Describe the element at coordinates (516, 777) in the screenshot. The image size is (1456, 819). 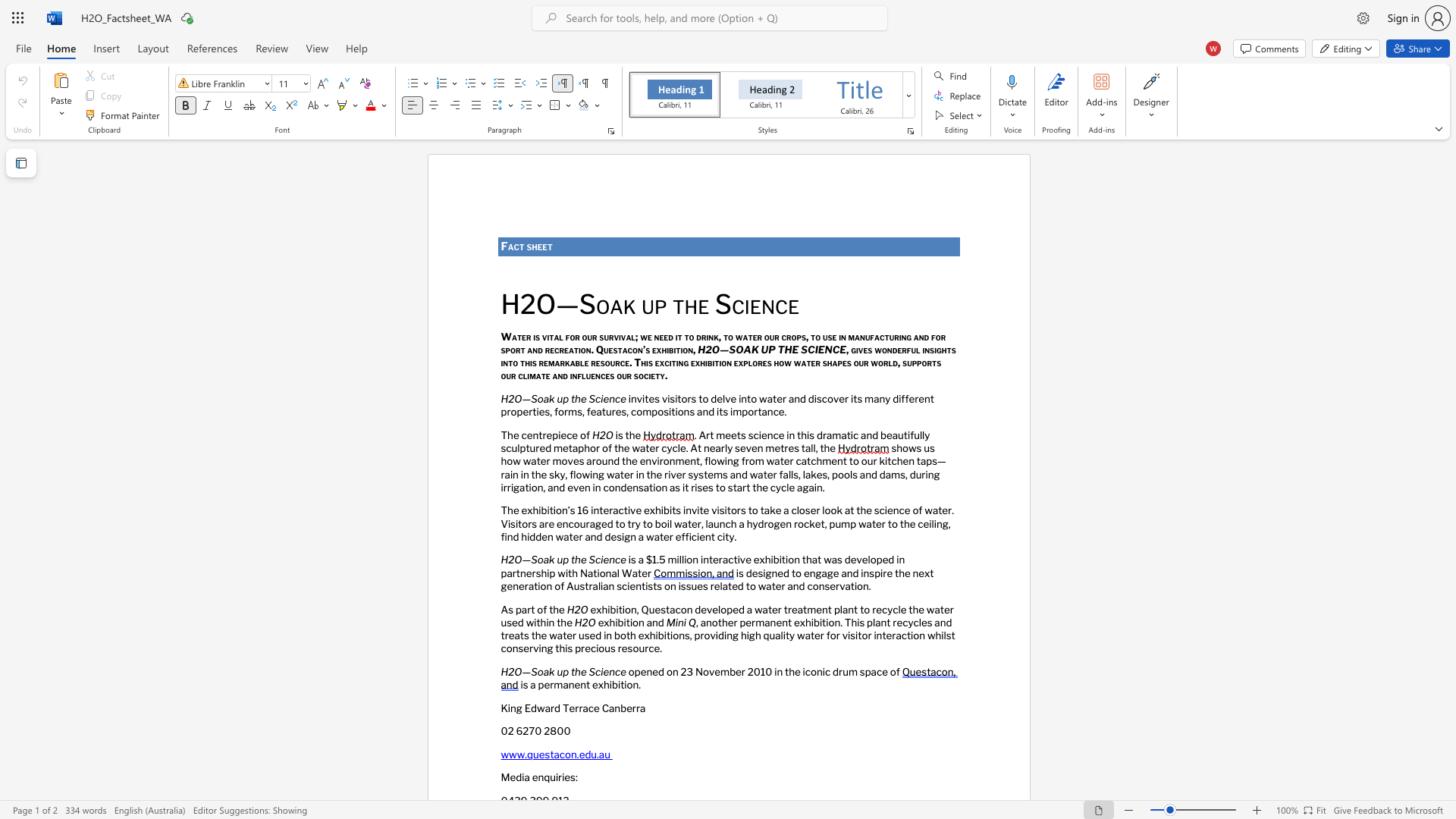
I see `the subset text "dia e" within the text "Media enquiries:"` at that location.